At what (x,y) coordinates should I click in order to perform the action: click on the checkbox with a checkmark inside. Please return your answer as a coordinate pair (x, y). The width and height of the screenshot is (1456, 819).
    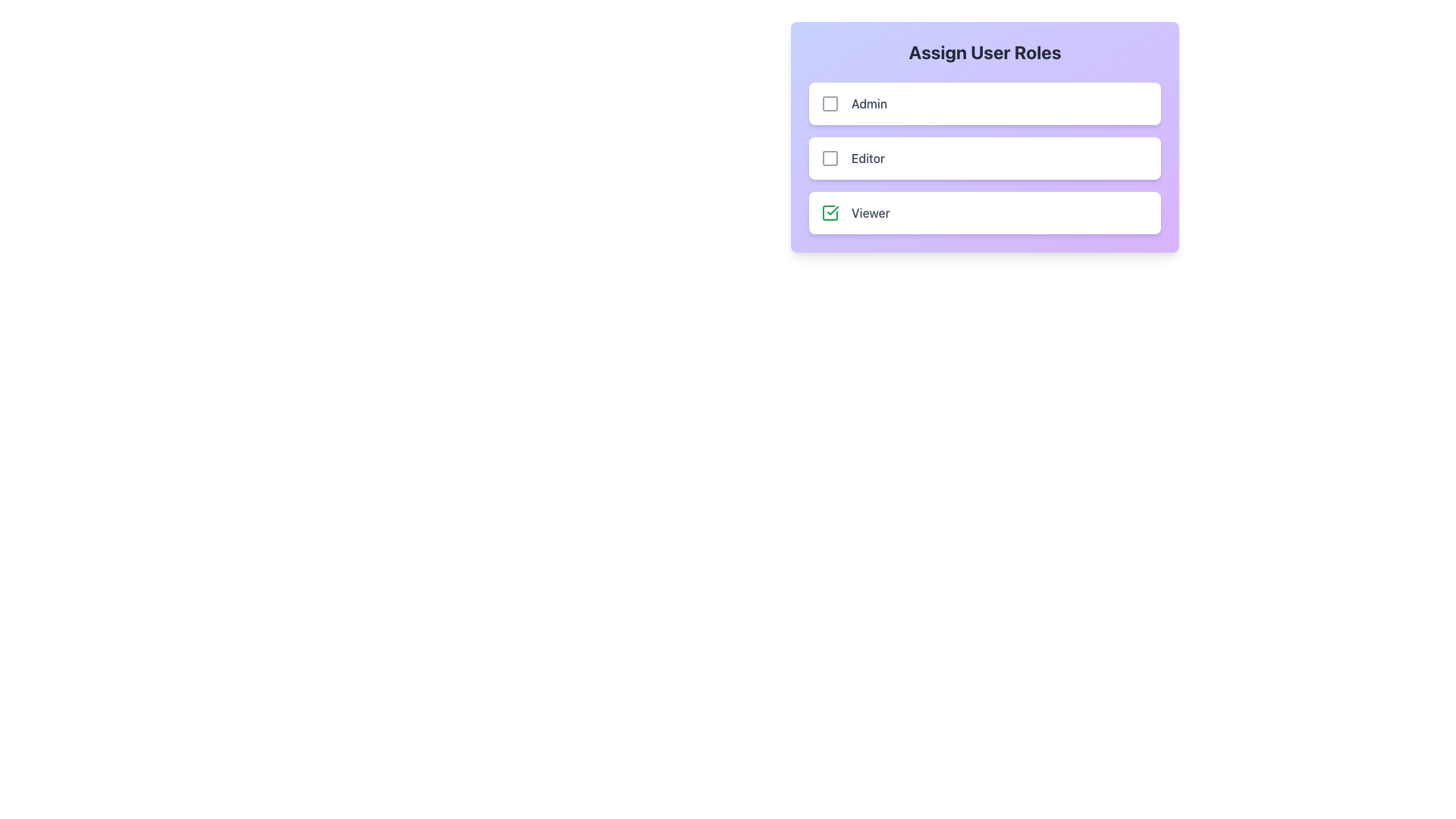
    Looking at the image, I should click on (829, 213).